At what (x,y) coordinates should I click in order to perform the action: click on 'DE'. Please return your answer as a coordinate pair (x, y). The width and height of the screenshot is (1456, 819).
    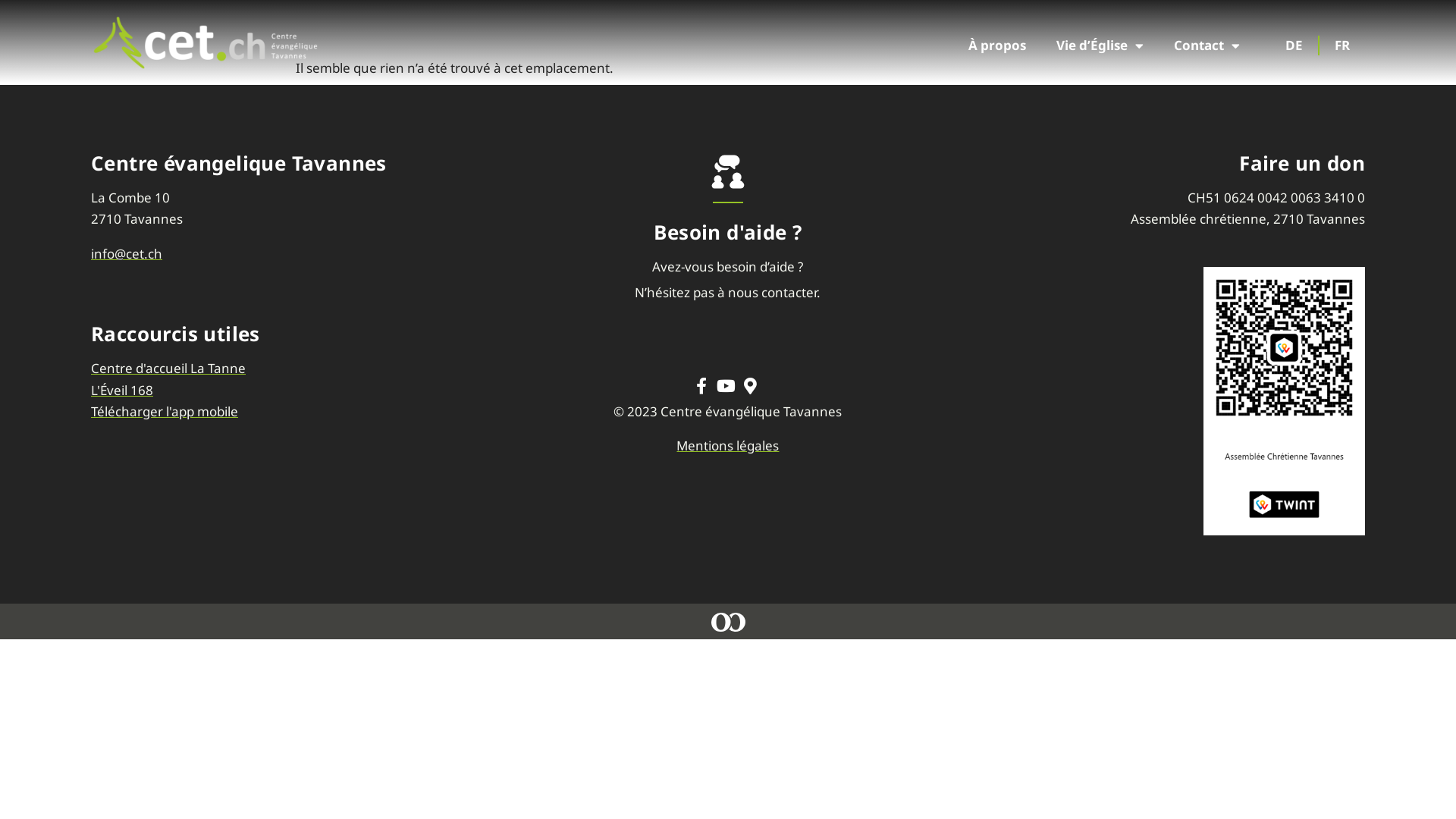
    Looking at the image, I should click on (1294, 45).